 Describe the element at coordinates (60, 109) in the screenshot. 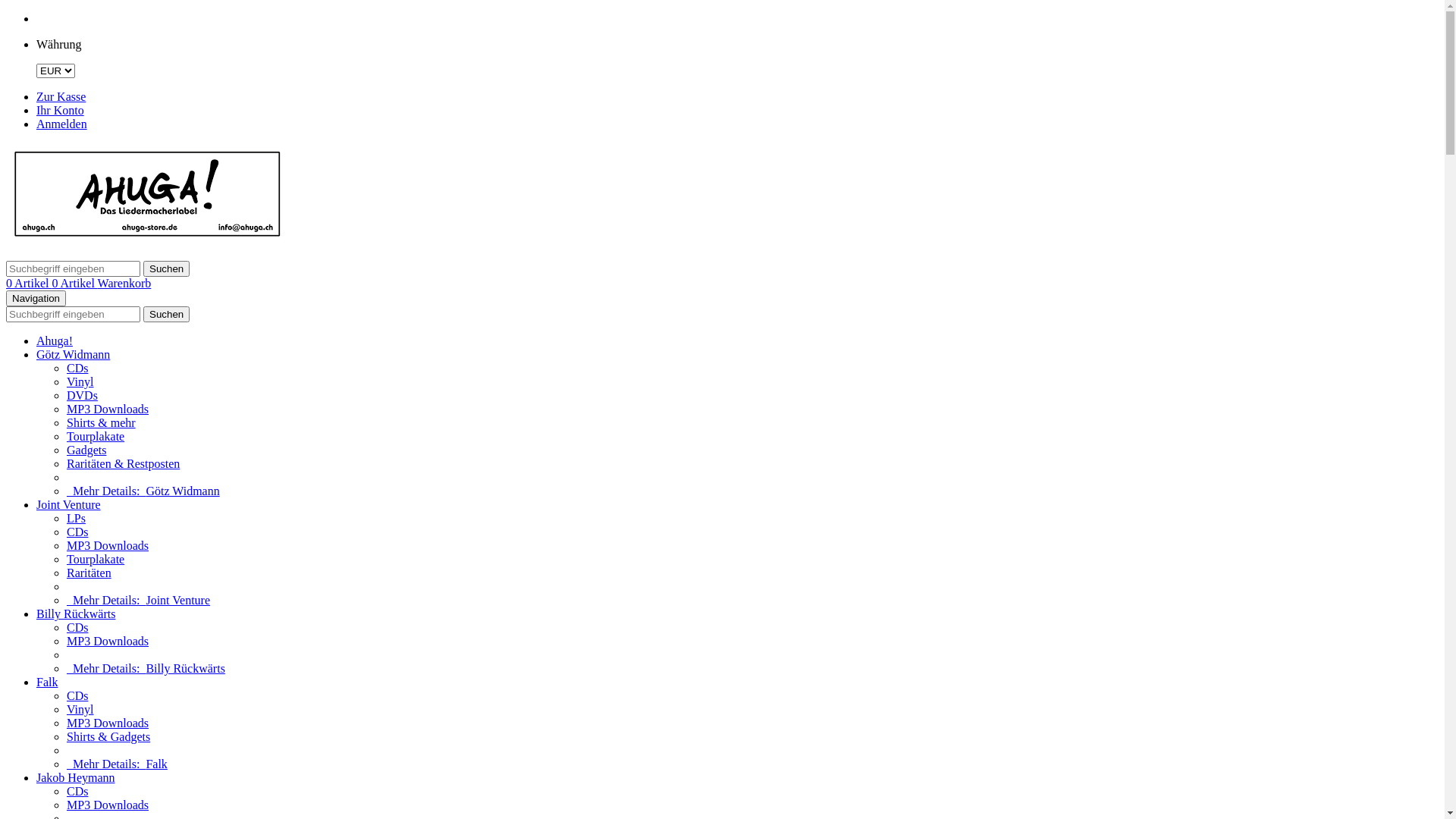

I see `'Ihr Konto'` at that location.